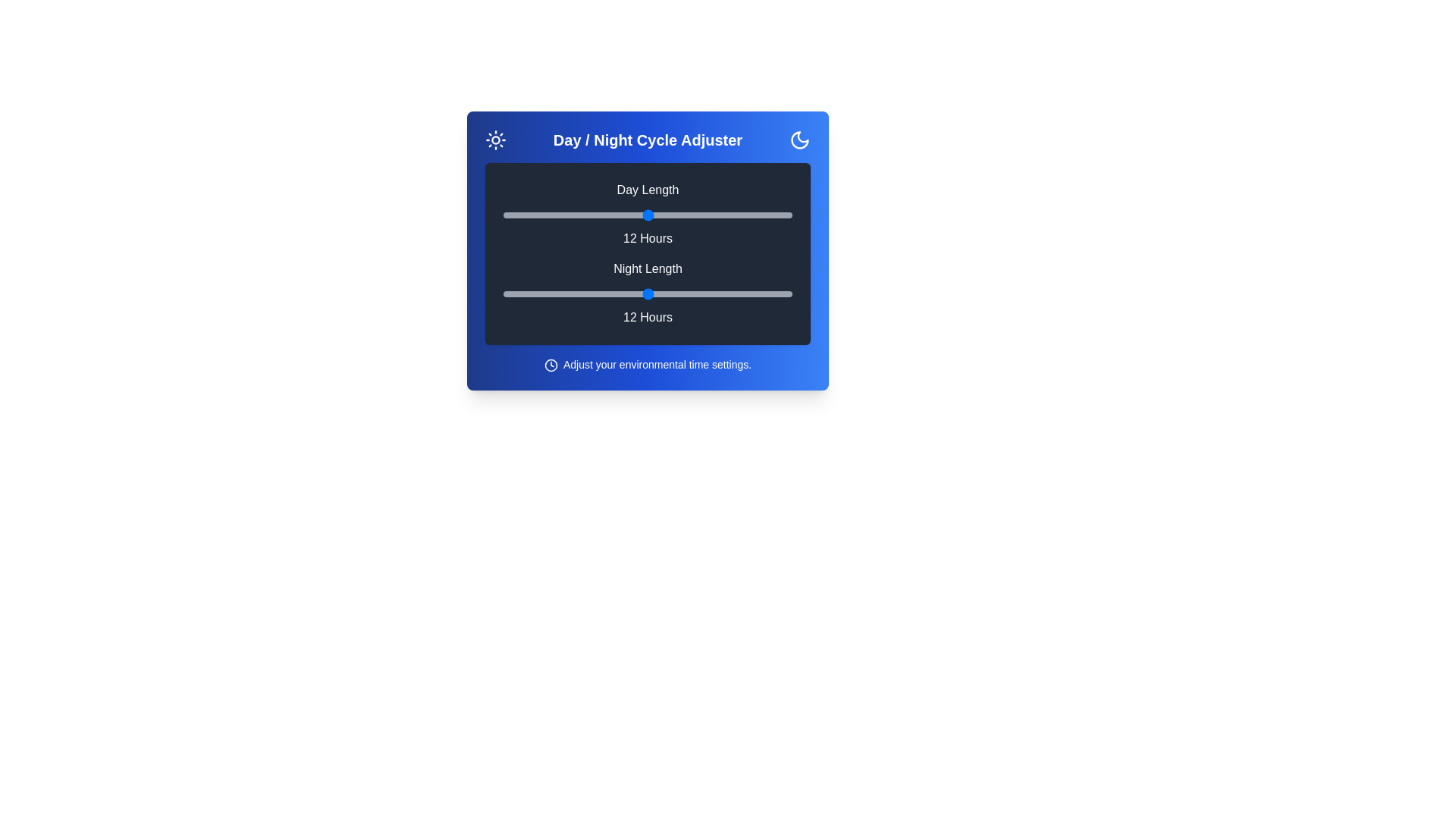 This screenshot has width=1456, height=819. What do you see at coordinates (768, 215) in the screenshot?
I see `the 'Day Length' slider to set the day duration to 17 hours` at bounding box center [768, 215].